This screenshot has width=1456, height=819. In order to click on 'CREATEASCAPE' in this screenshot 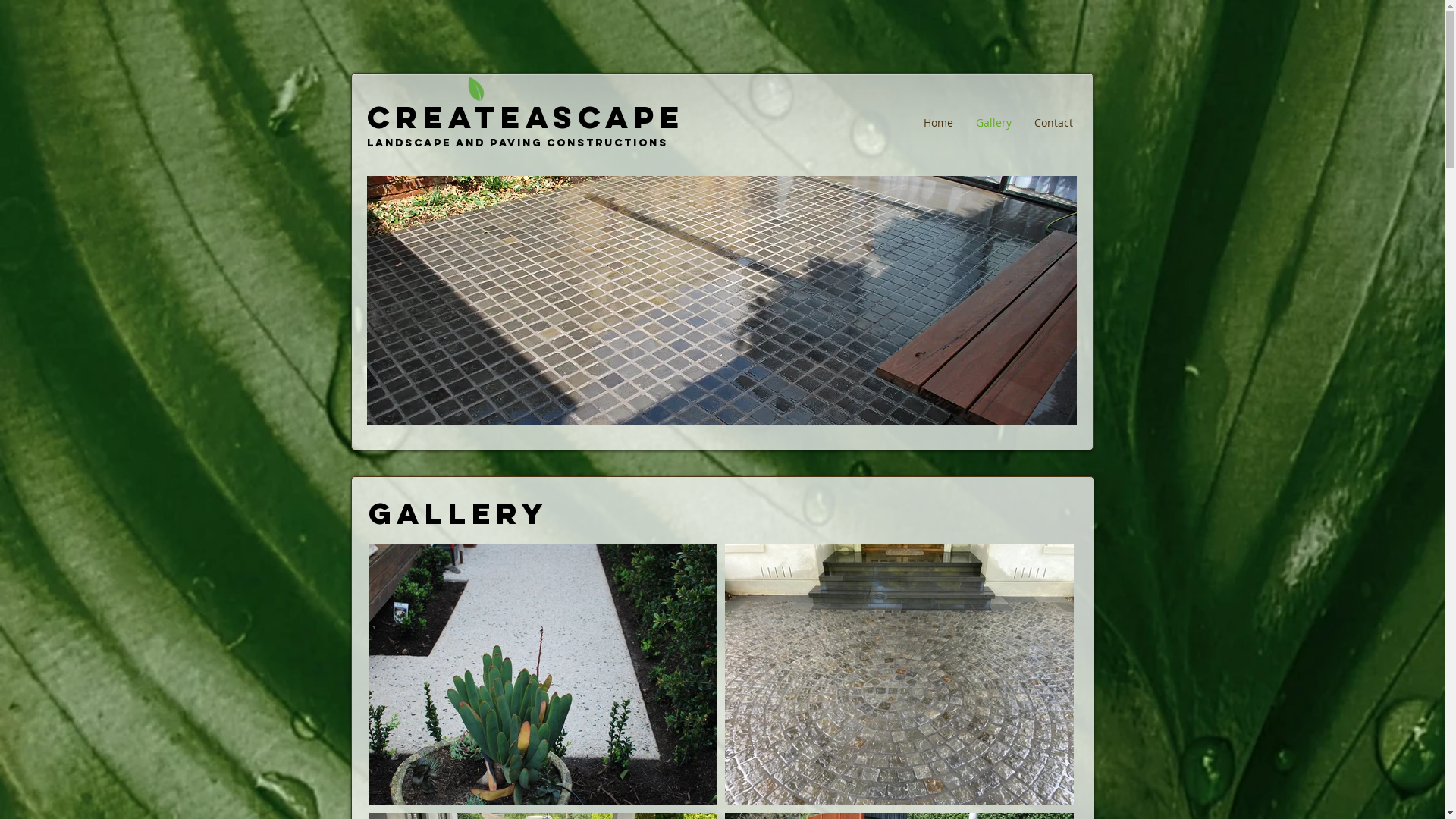, I will do `click(367, 116)`.